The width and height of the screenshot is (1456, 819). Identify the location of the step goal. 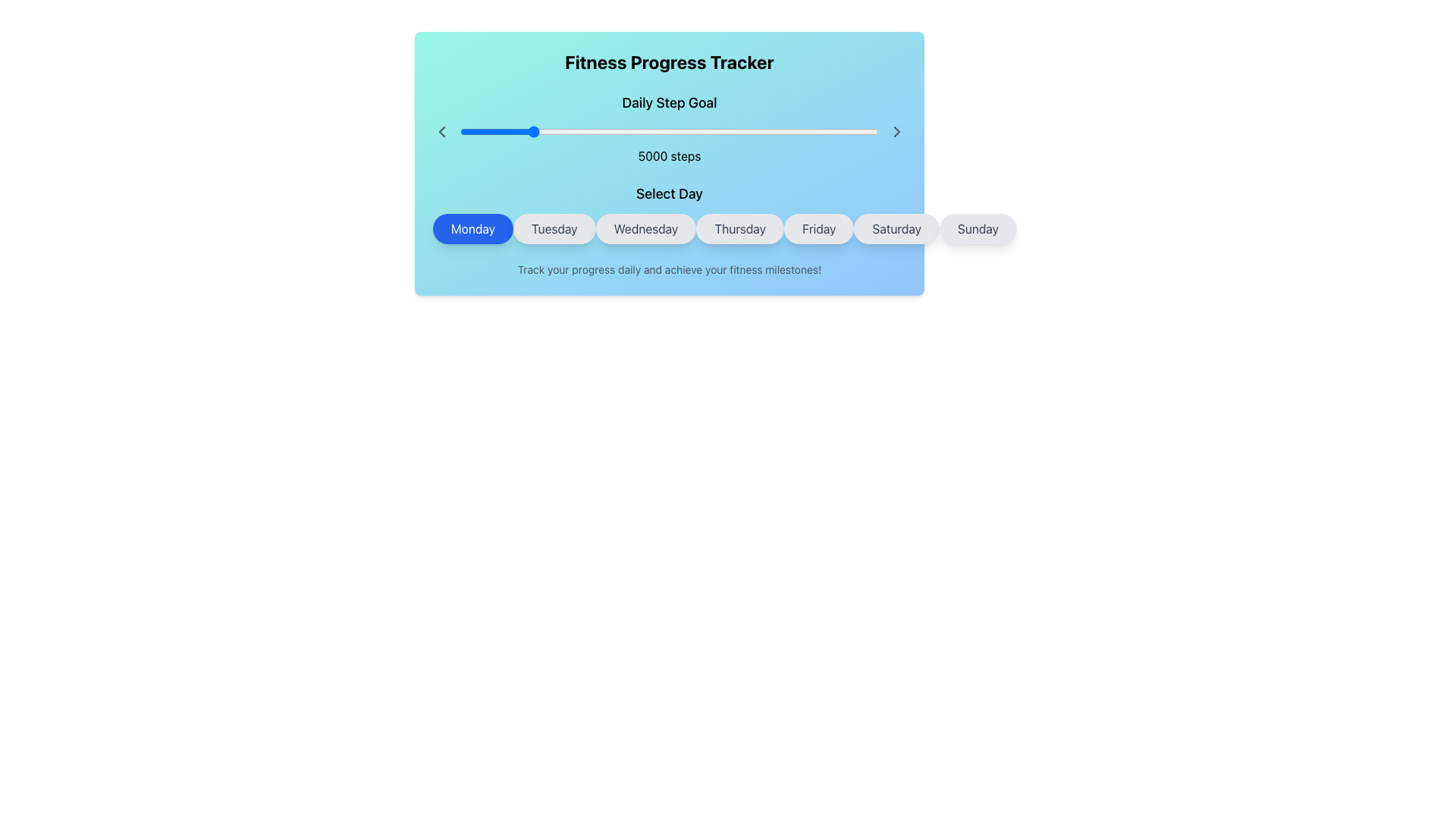
(736, 130).